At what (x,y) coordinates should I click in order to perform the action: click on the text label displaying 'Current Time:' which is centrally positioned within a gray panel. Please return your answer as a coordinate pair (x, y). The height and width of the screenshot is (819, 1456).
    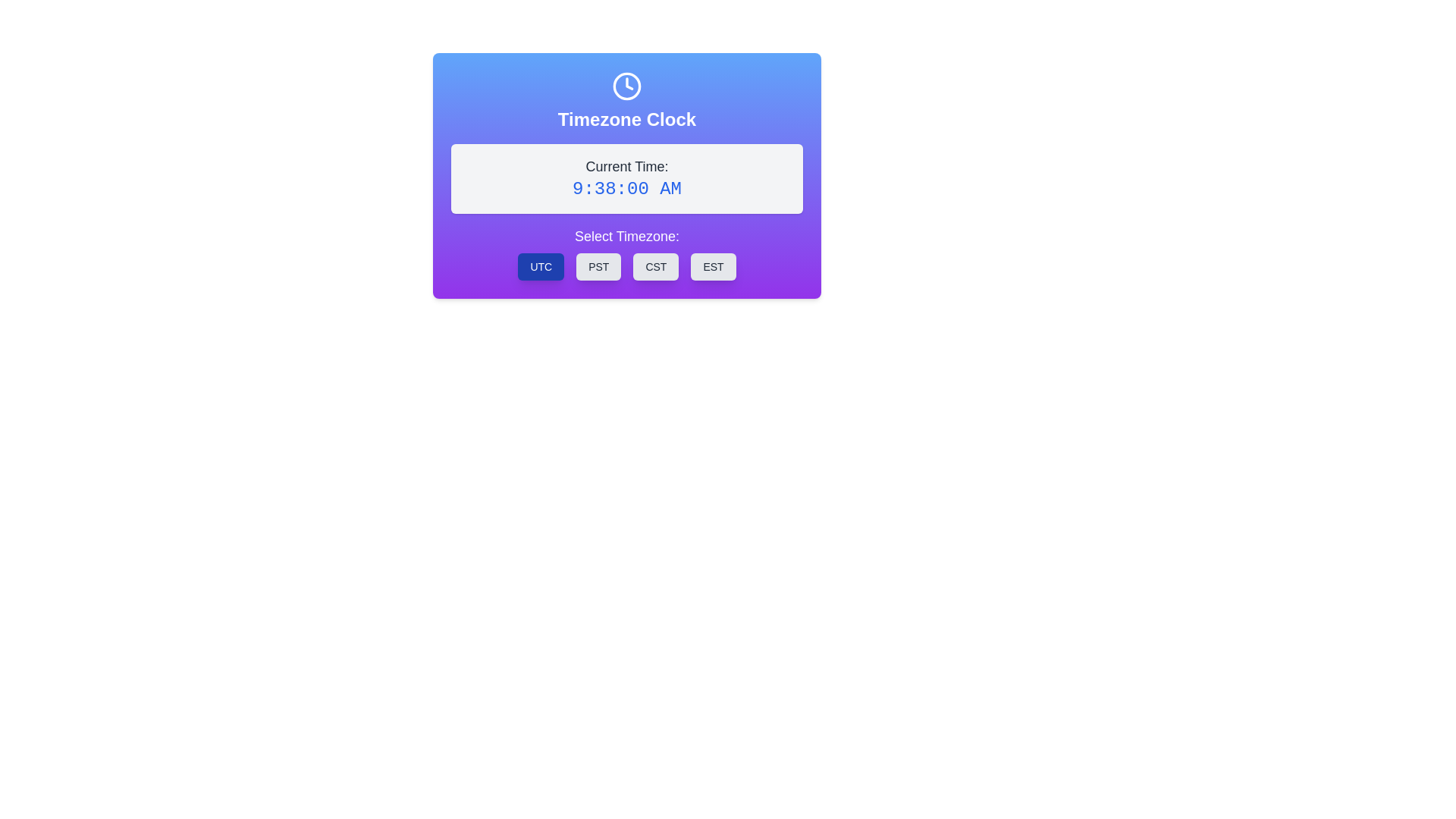
    Looking at the image, I should click on (626, 166).